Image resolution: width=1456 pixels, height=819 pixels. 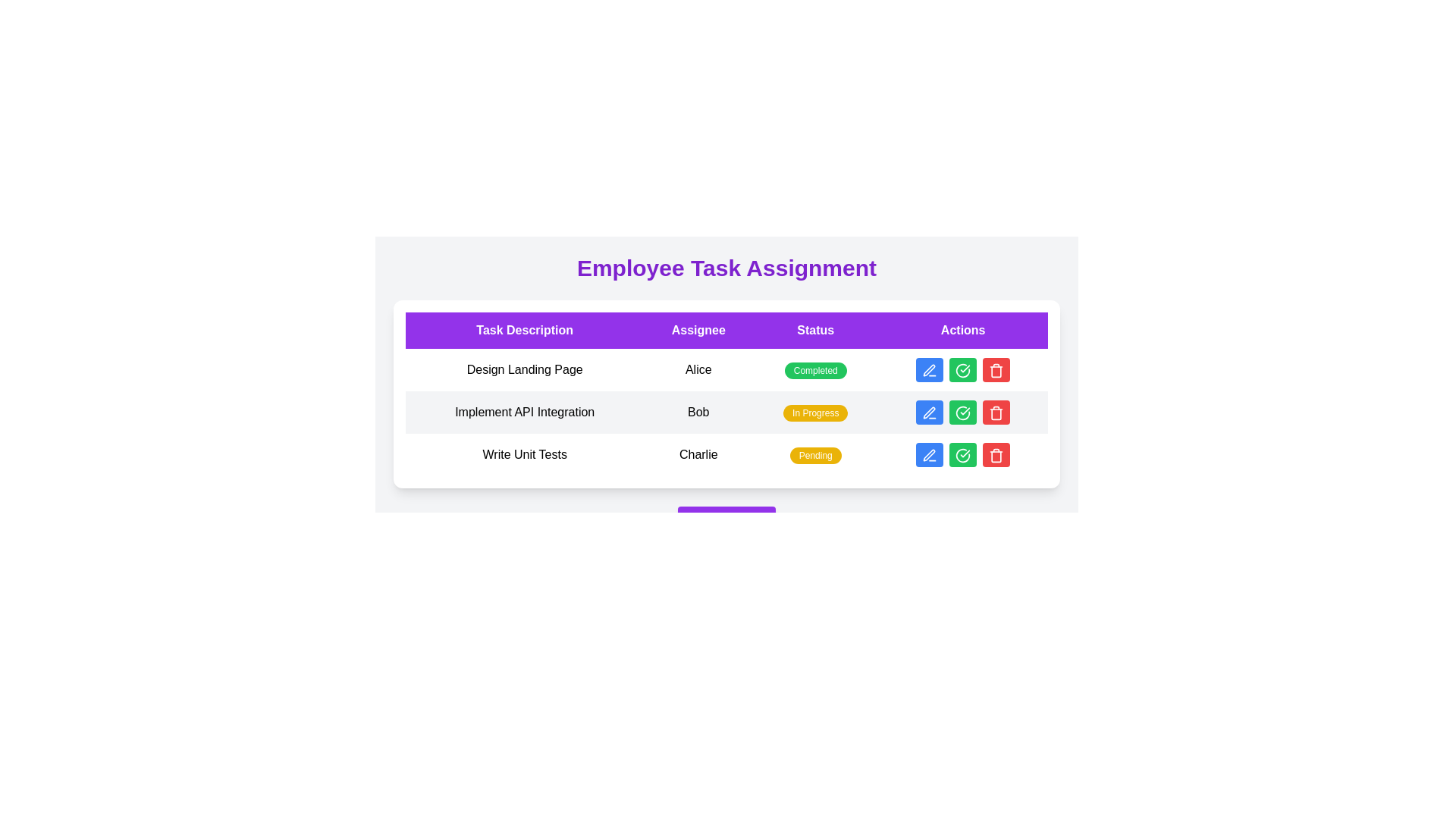 What do you see at coordinates (962, 454) in the screenshot?
I see `the green button with a circular check icon in the 'Charlie' row of the table` at bounding box center [962, 454].